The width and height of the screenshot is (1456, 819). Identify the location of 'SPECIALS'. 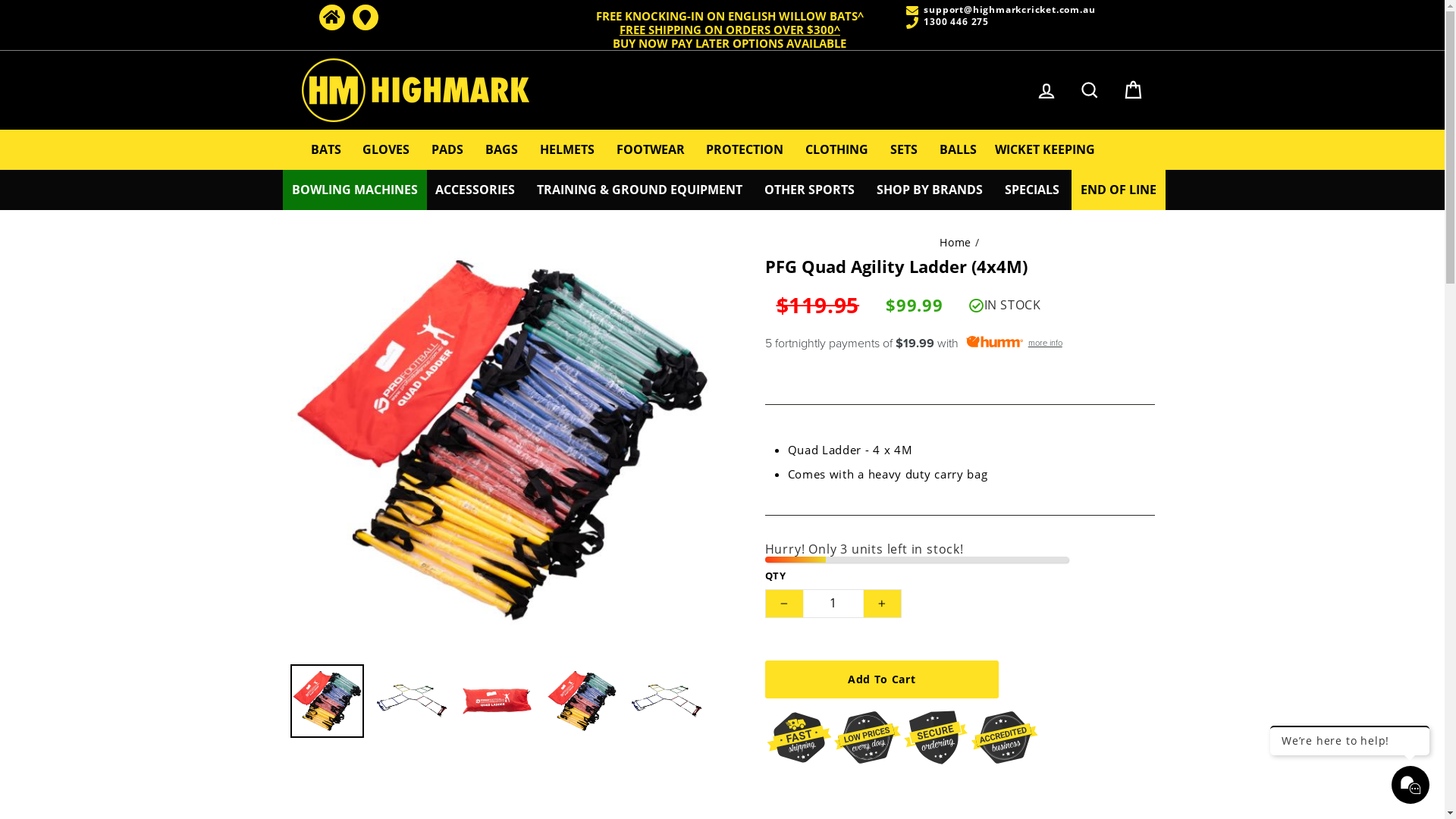
(1031, 189).